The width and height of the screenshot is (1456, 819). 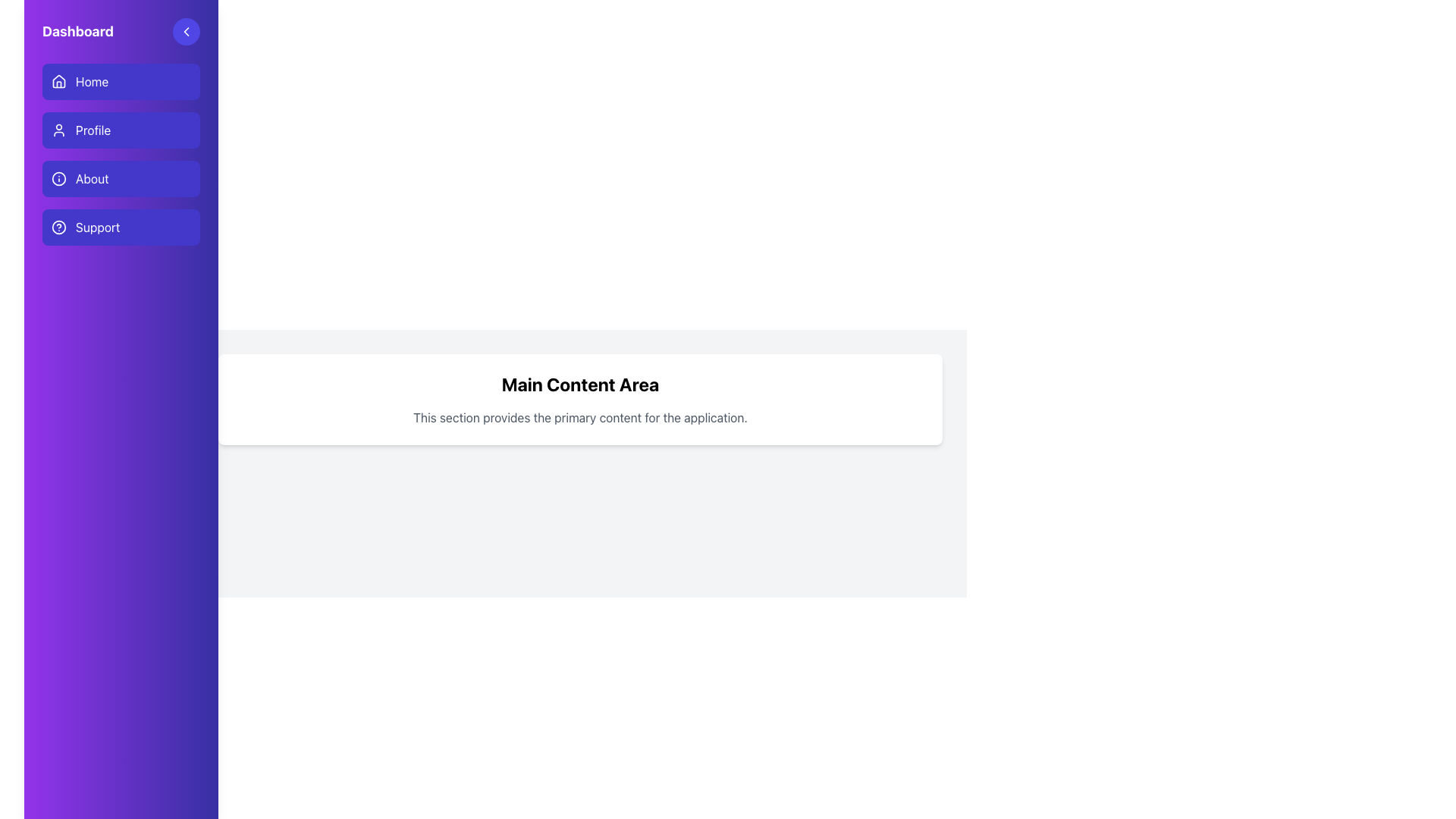 I want to click on text from the Text Header located at the top of the content section in the application, so click(x=579, y=383).